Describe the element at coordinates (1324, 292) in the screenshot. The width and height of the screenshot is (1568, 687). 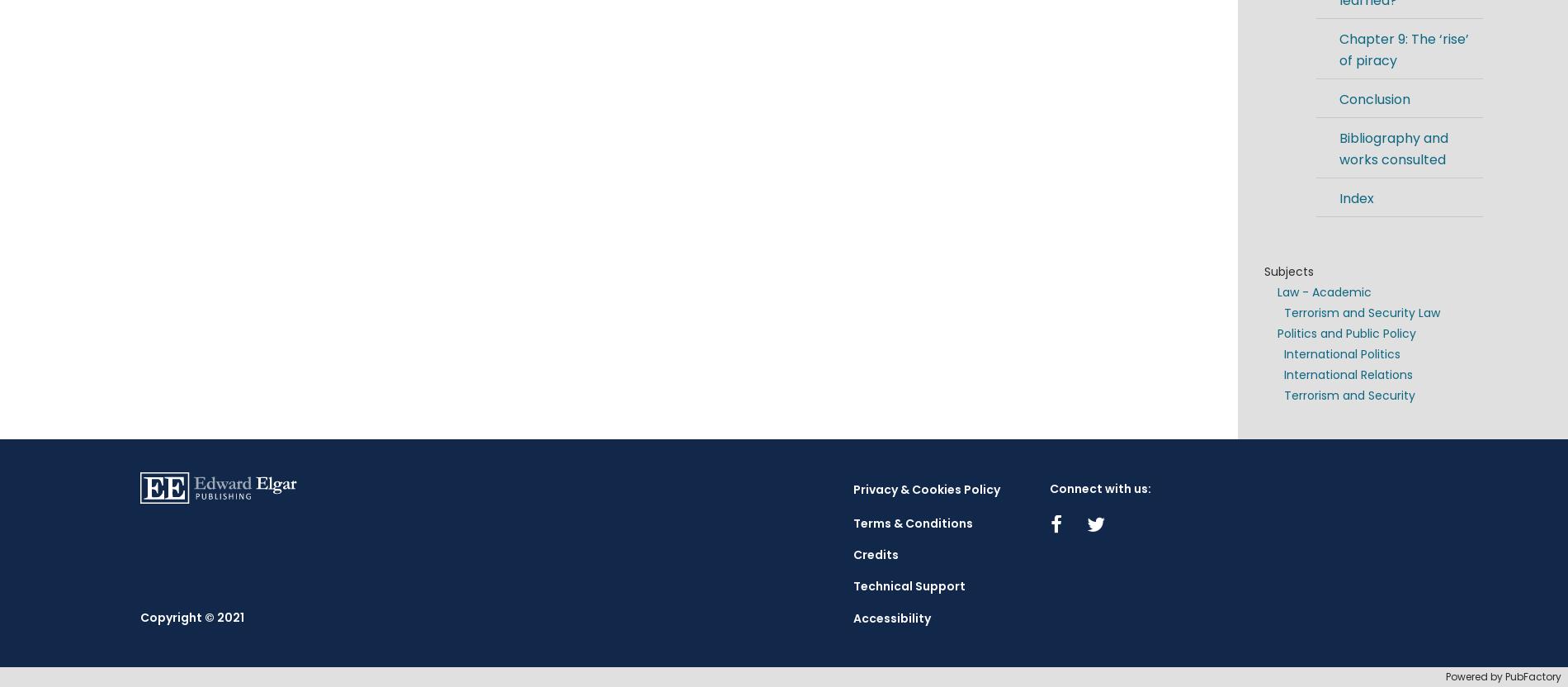
I see `'Law - Academic'` at that location.